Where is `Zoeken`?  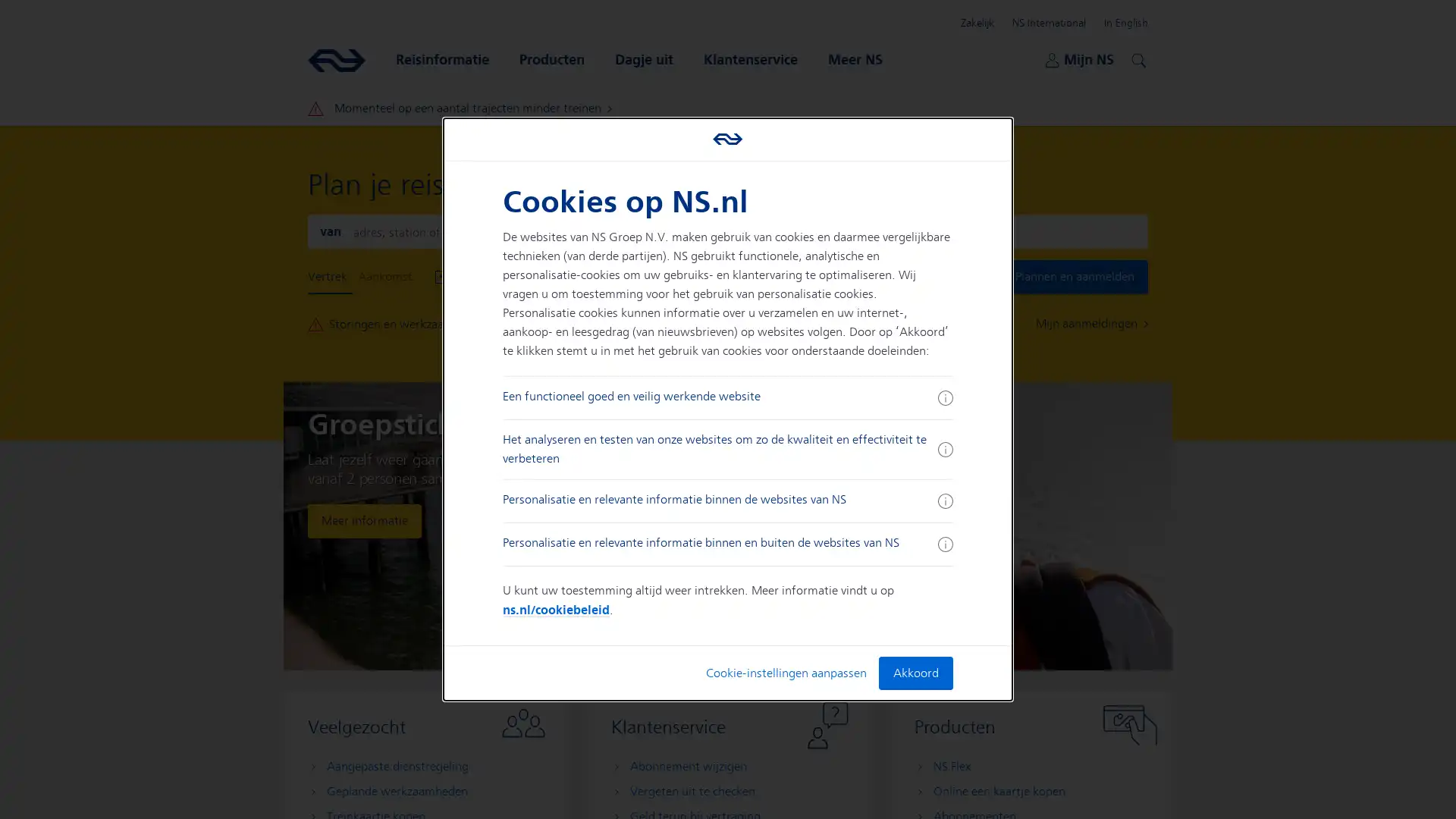 Zoeken is located at coordinates (1136, 58).